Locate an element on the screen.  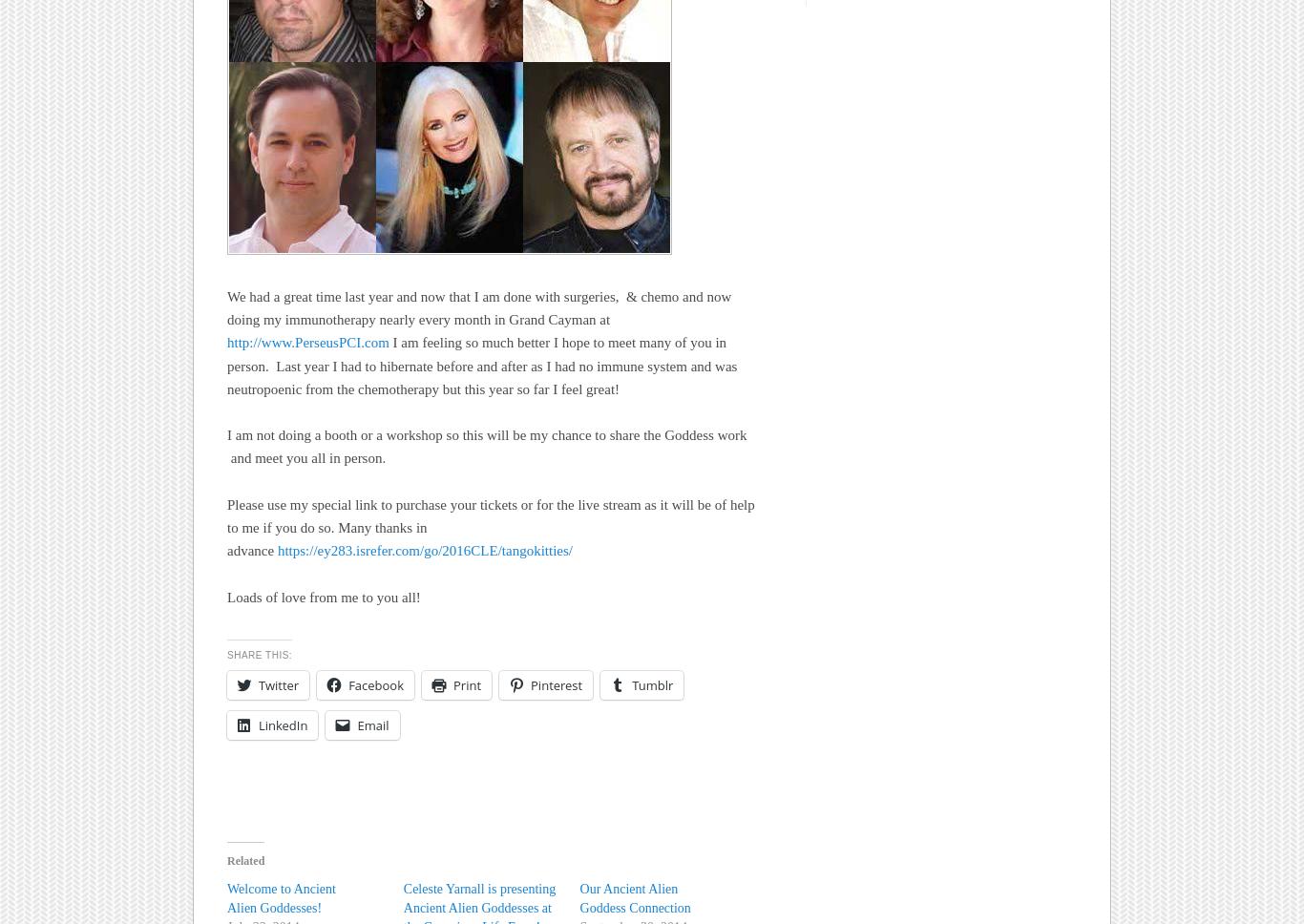
'LinkedIn' is located at coordinates (259, 724).